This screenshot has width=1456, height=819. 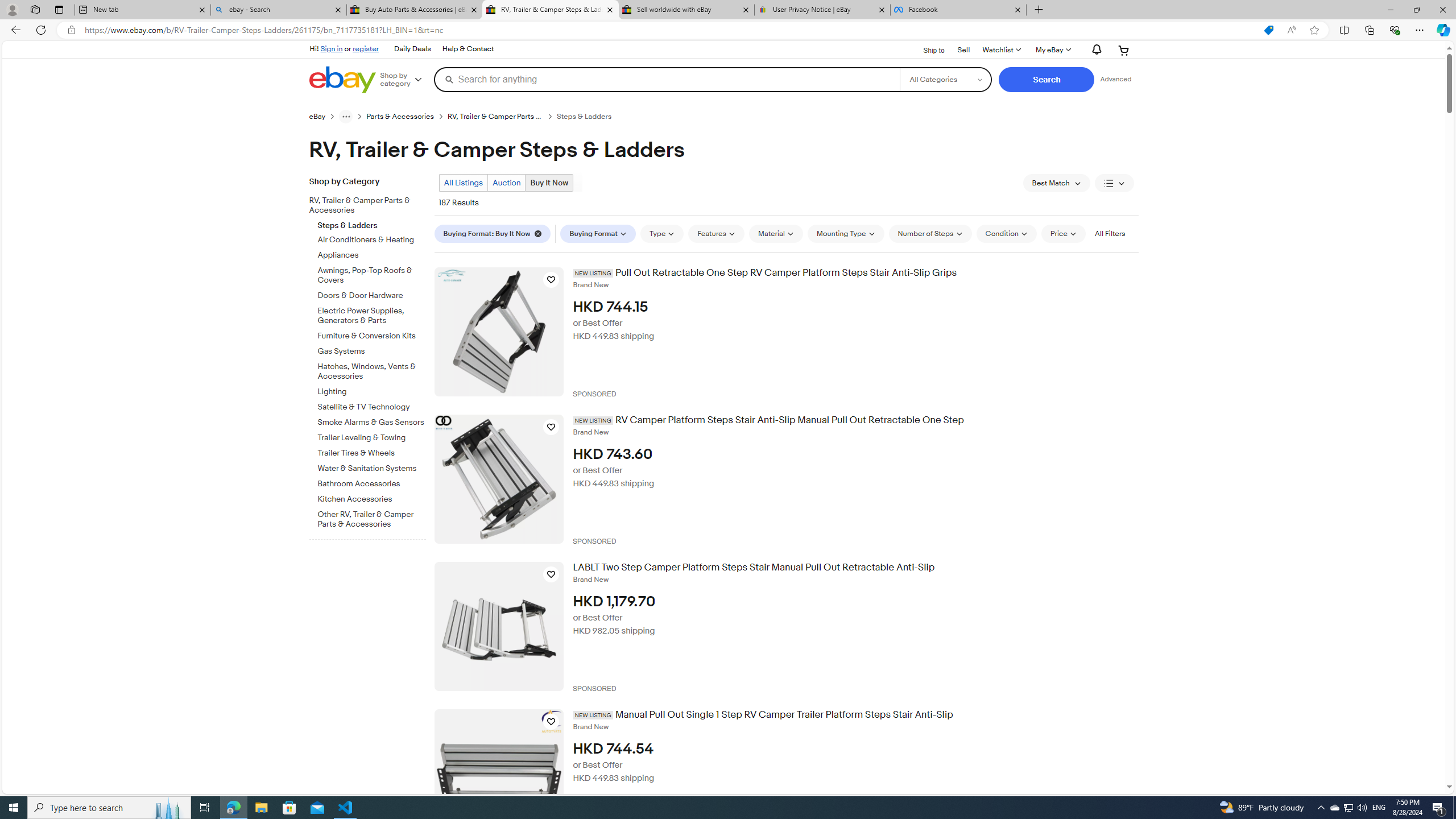 What do you see at coordinates (371, 420) in the screenshot?
I see `'Smoke Alarms & Gas Sensors'` at bounding box center [371, 420].